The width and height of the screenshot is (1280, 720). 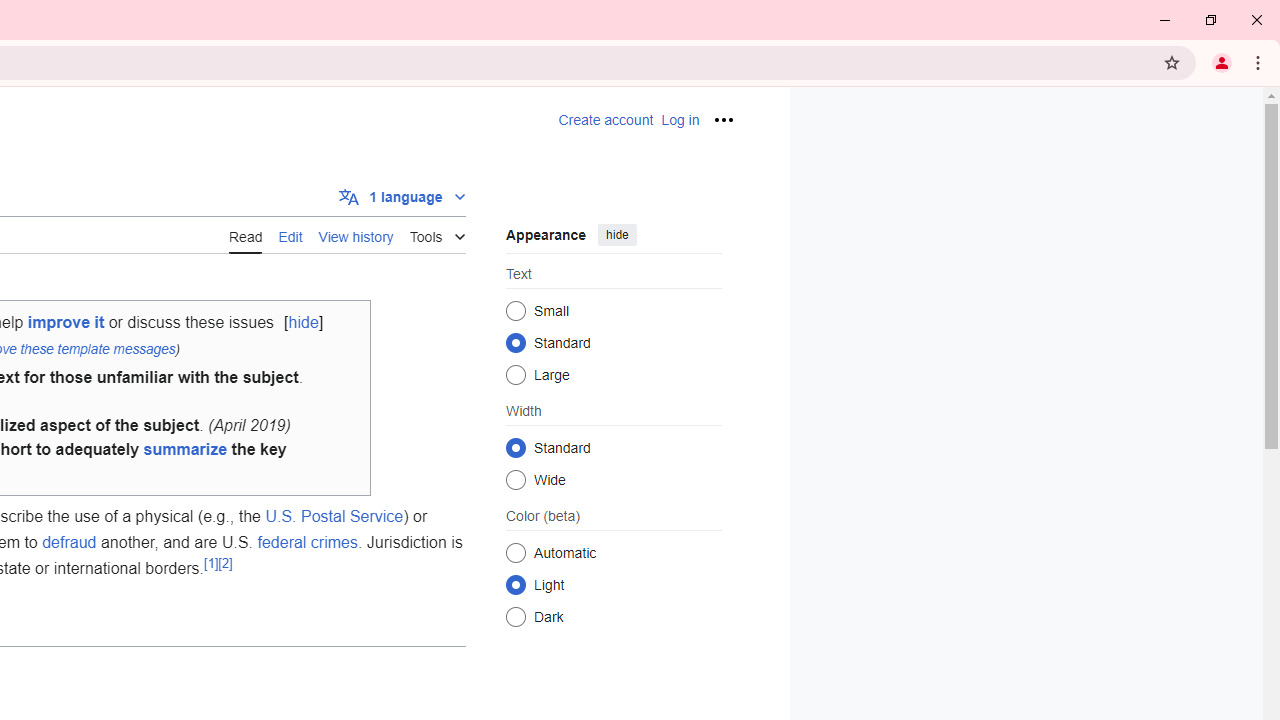 I want to click on 'Log in', so click(x=680, y=120).